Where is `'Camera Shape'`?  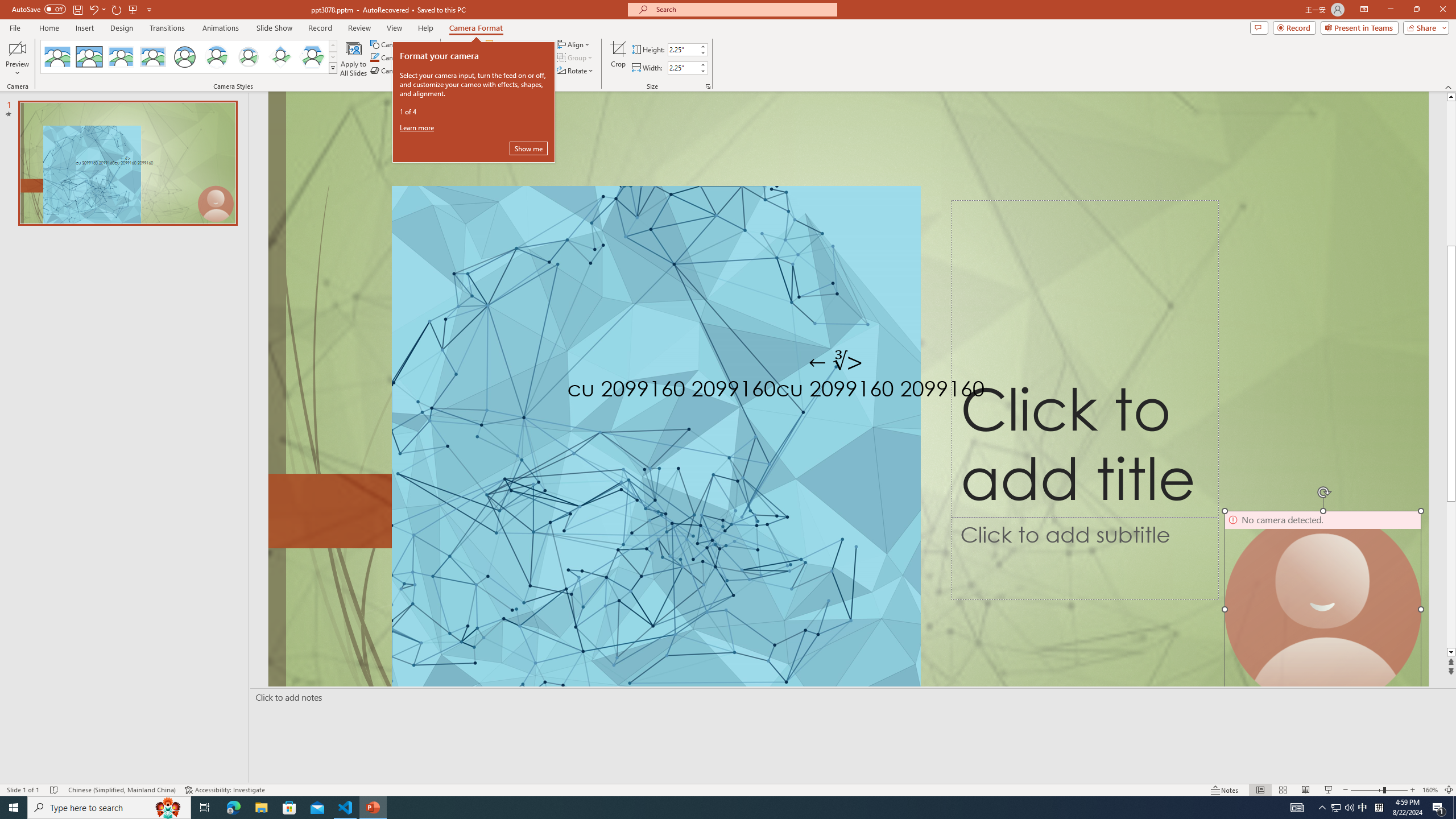
'Camera Shape' is located at coordinates (401, 44).